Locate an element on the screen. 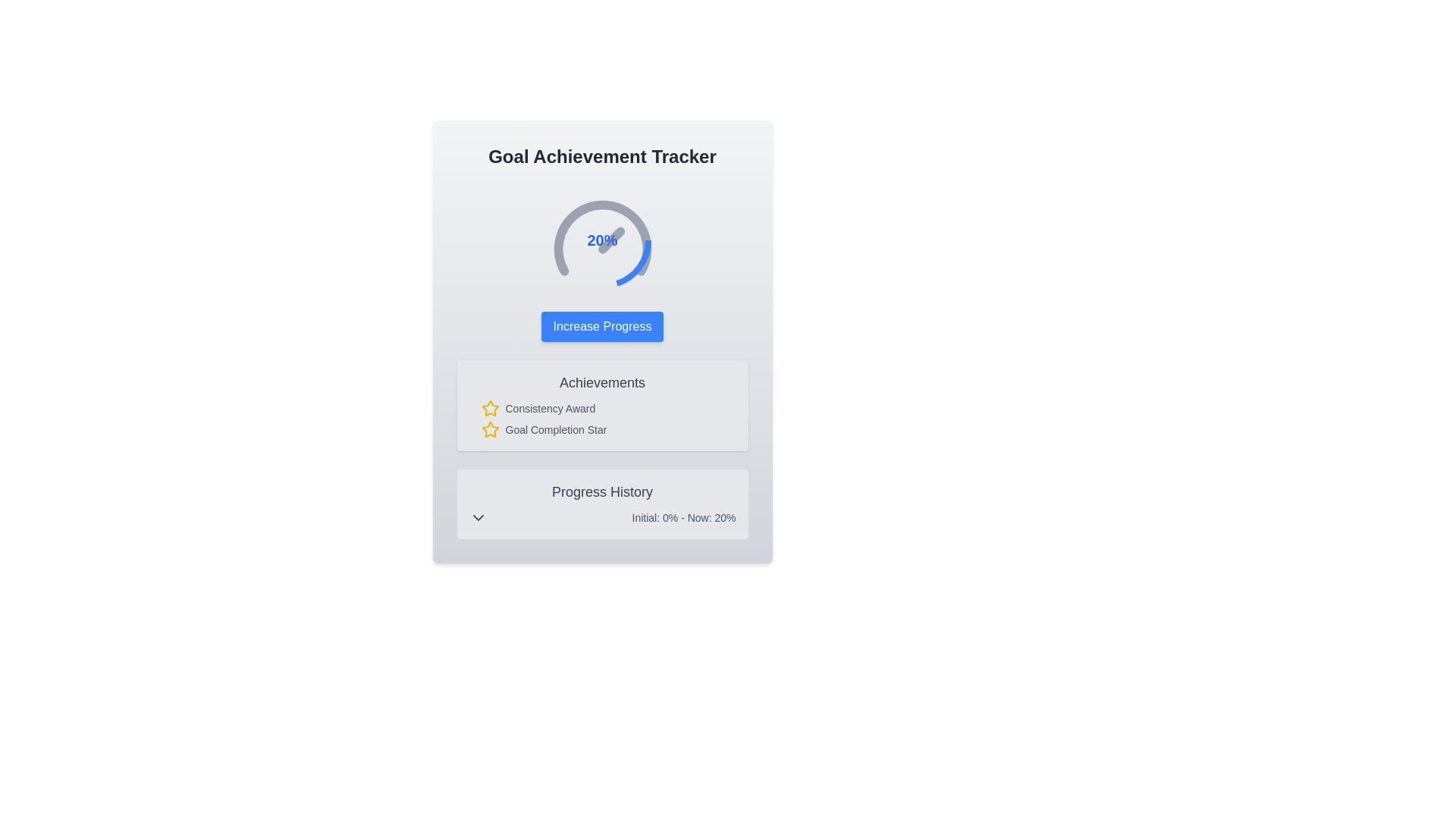 The height and width of the screenshot is (819, 1456). the chevron icon located in the 'Progress History' panel is located at coordinates (477, 516).